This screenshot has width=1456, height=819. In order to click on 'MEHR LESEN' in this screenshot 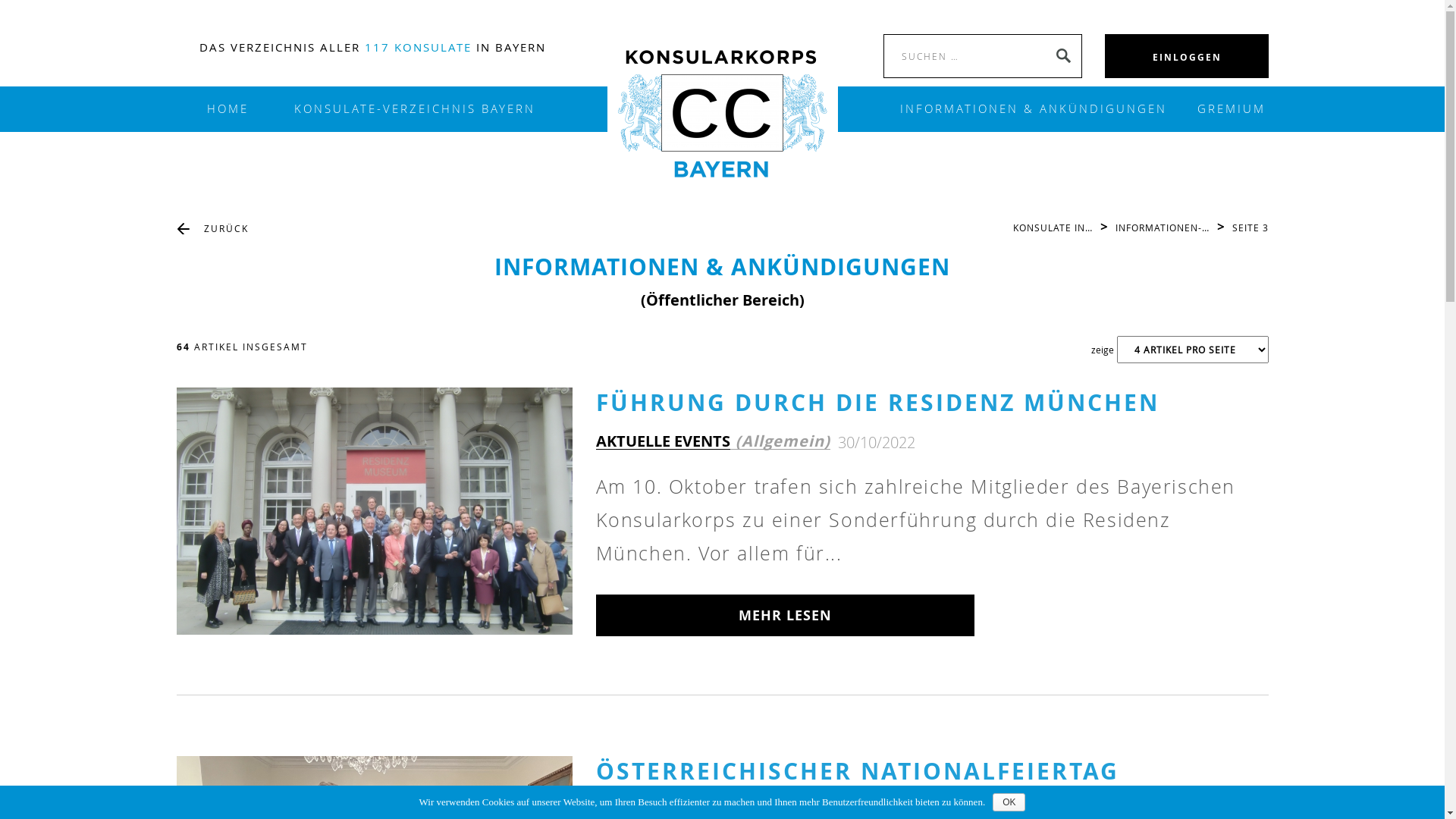, I will do `click(785, 615)`.